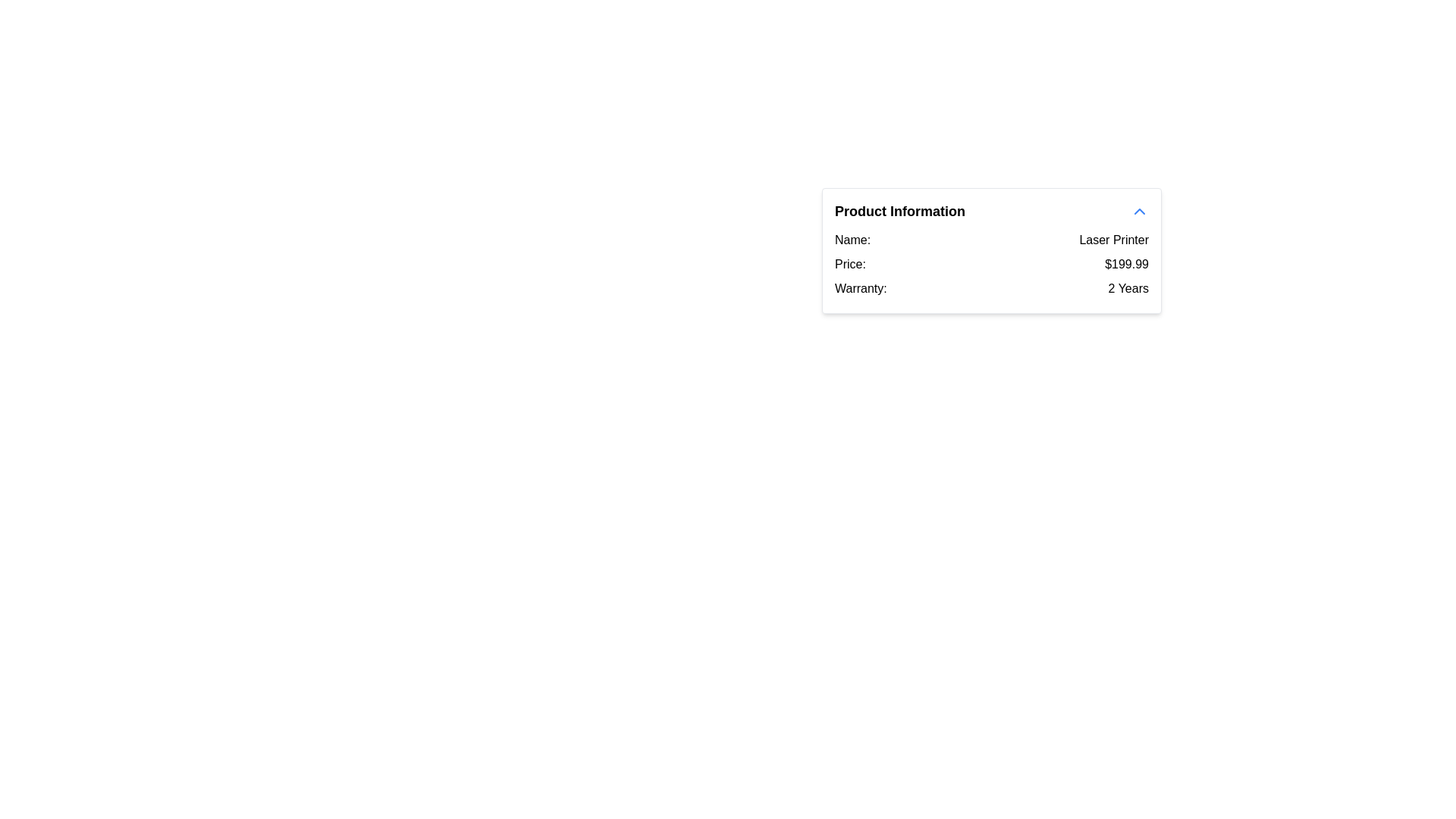 The image size is (1456, 819). What do you see at coordinates (1128, 289) in the screenshot?
I see `the warranty duration information displayed by the text label located to the far right of the 'Warranty:' label in the product details card` at bounding box center [1128, 289].